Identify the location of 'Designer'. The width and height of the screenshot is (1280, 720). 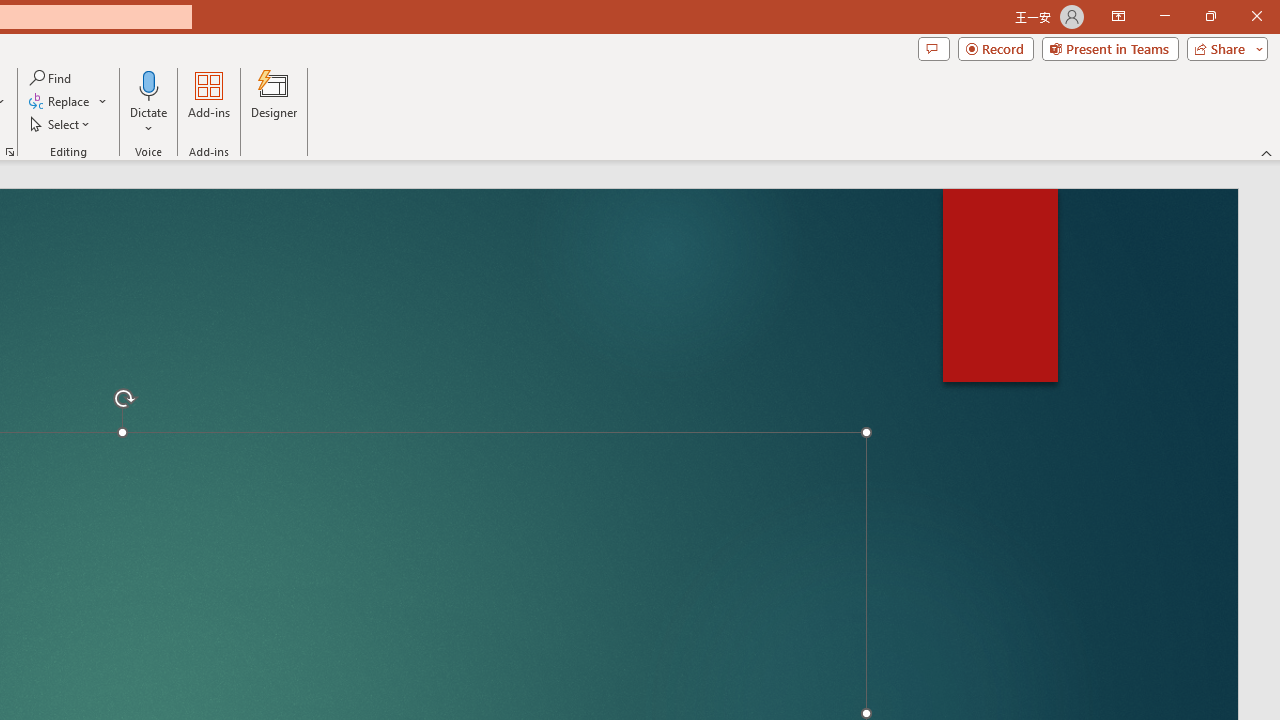
(273, 103).